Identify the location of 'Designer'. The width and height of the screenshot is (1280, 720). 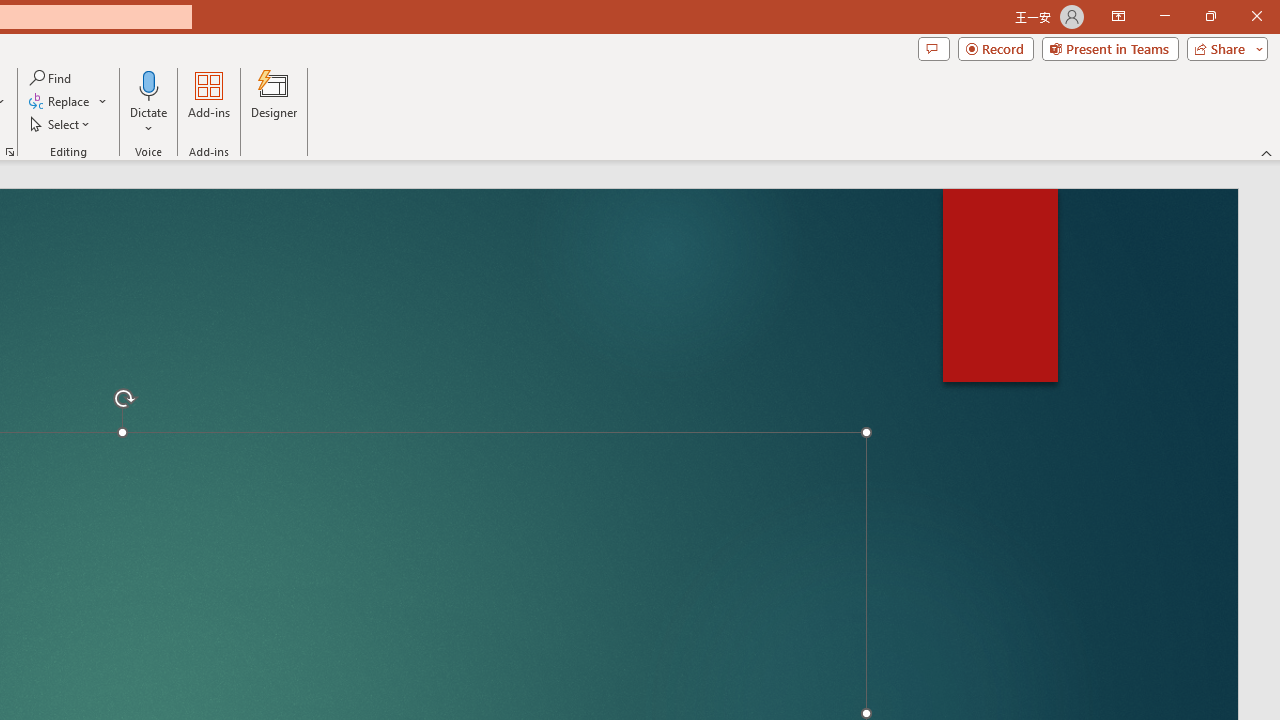
(273, 103).